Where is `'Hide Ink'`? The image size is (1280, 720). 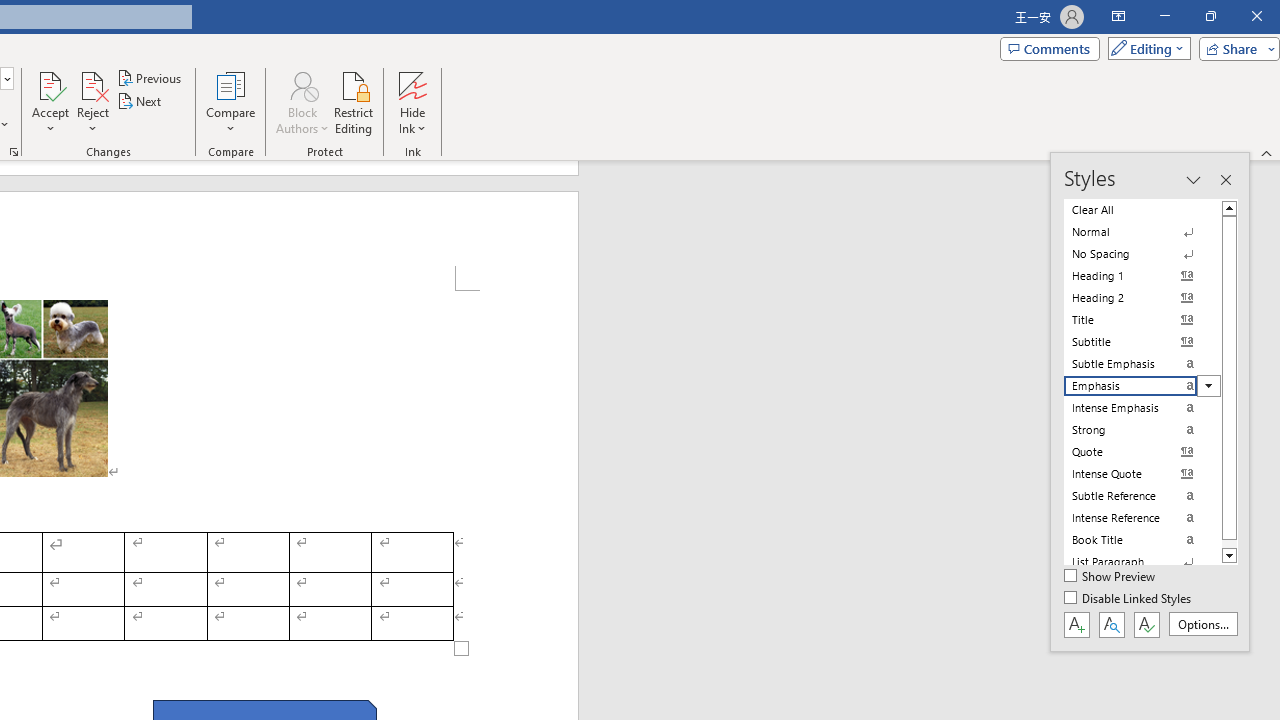
'Hide Ink' is located at coordinates (411, 84).